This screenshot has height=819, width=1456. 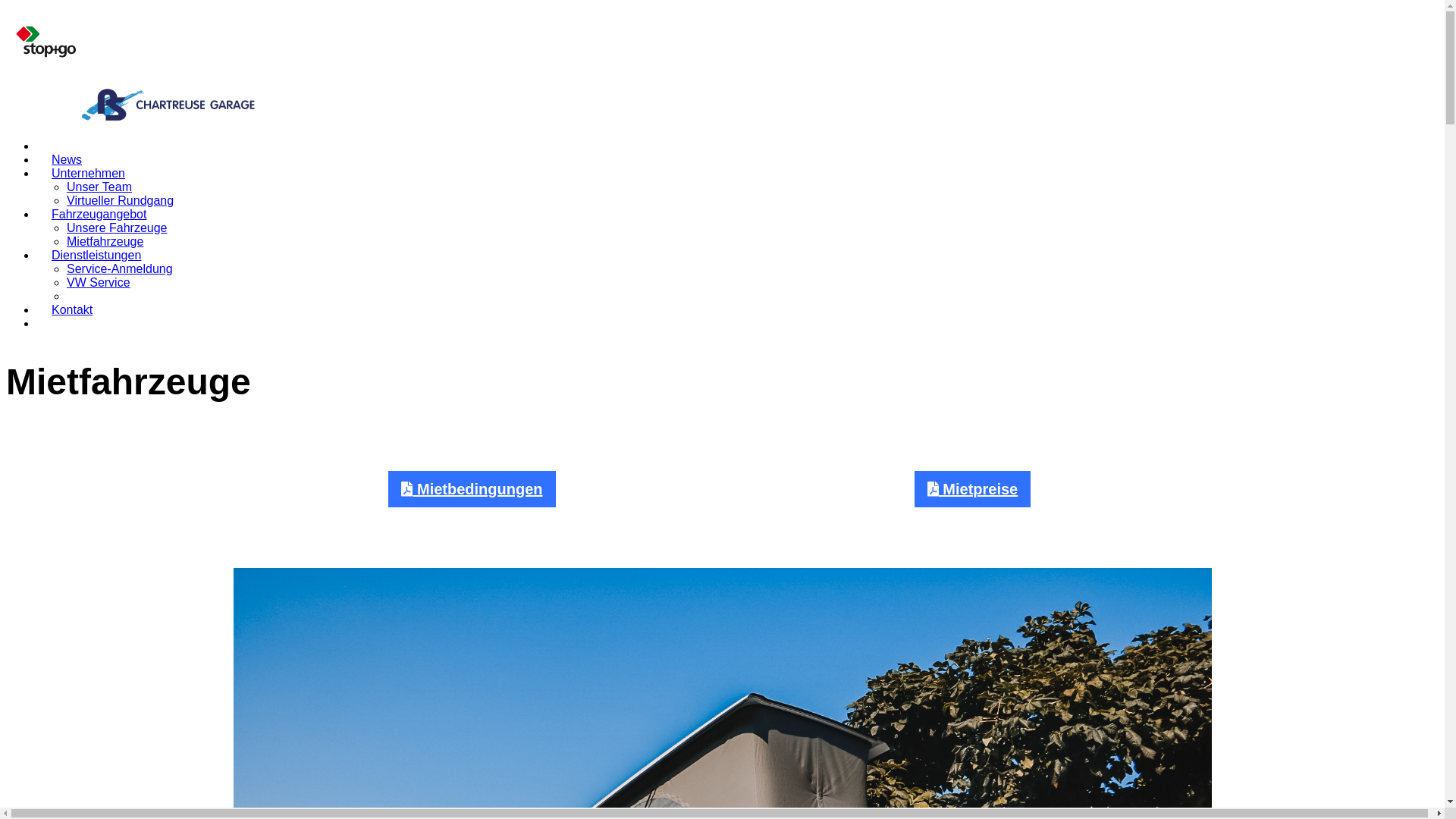 What do you see at coordinates (104, 240) in the screenshot?
I see `'Mietfahrzeuge'` at bounding box center [104, 240].